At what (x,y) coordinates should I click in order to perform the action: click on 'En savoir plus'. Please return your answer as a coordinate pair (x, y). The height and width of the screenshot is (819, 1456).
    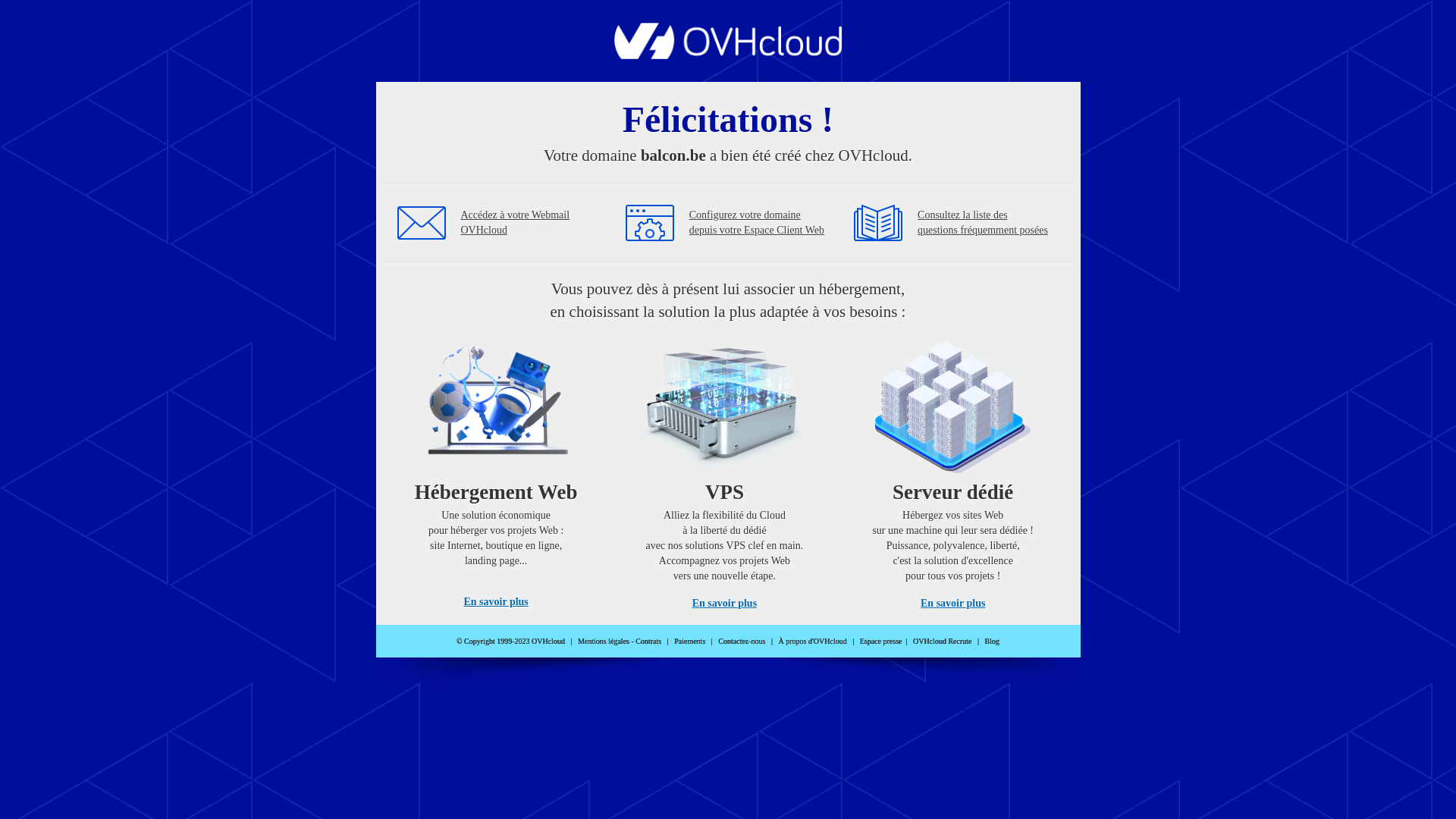
    Looking at the image, I should click on (723, 602).